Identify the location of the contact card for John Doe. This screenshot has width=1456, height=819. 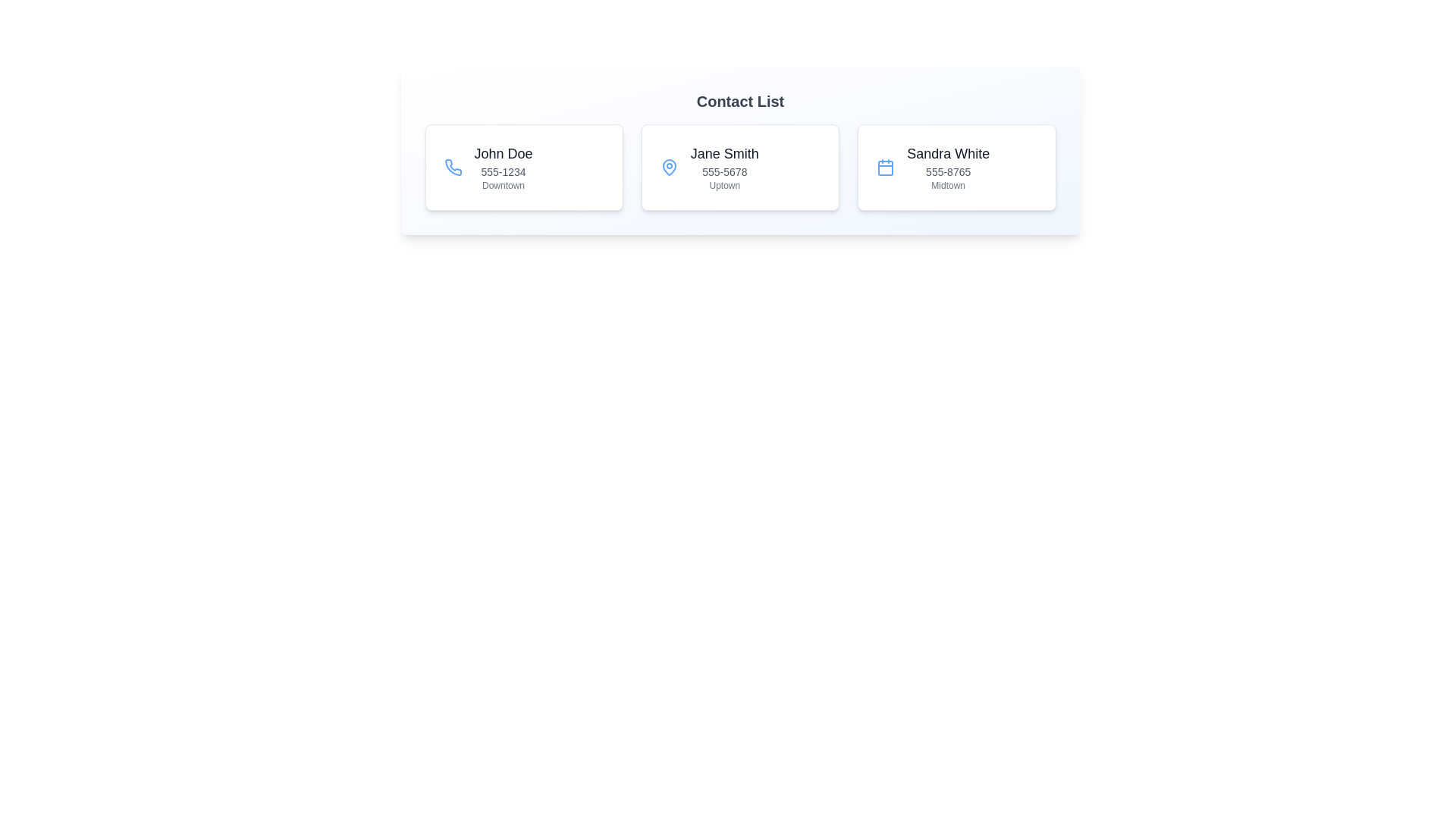
(524, 167).